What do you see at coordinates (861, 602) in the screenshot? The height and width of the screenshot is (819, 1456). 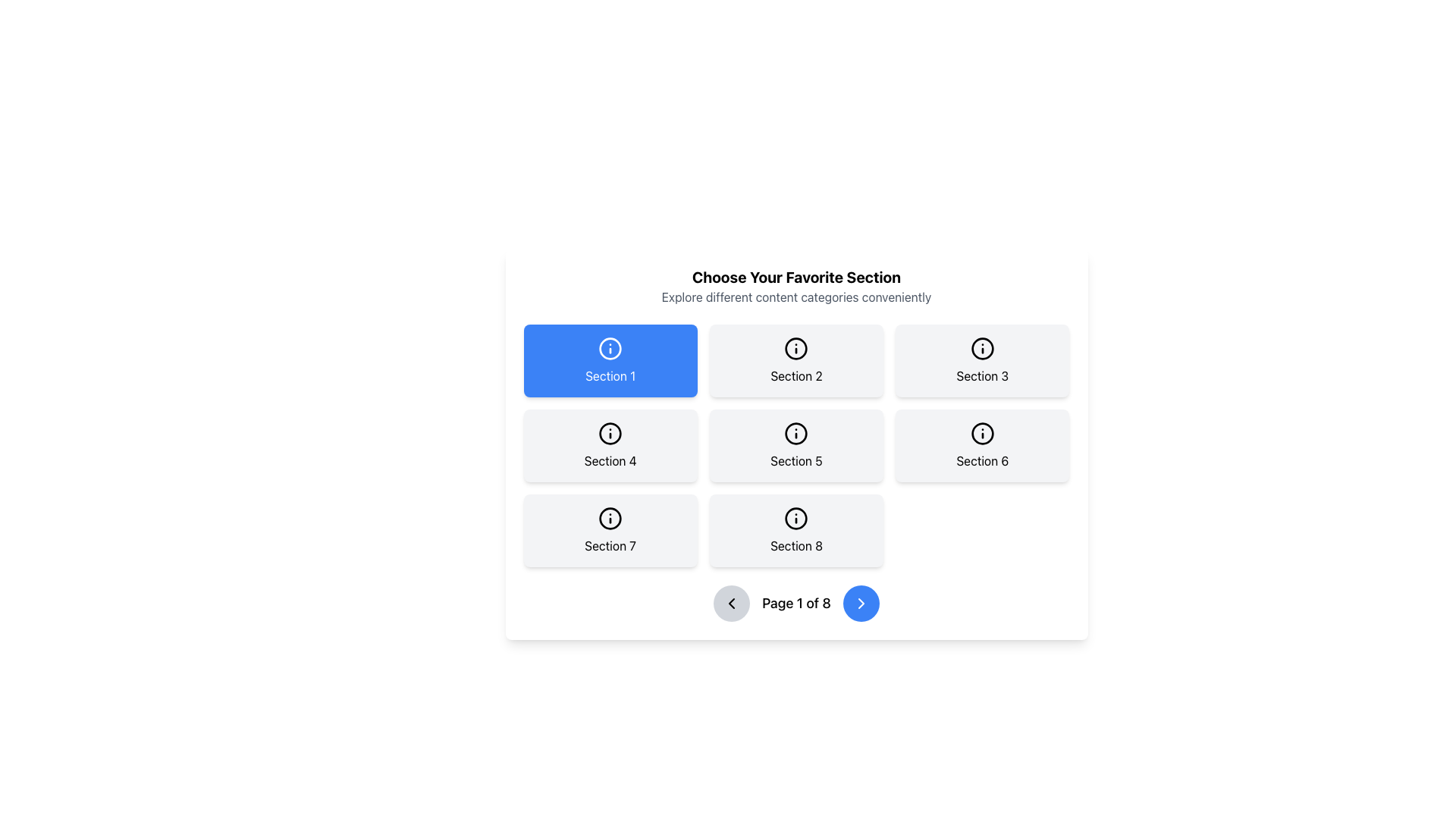 I see `the chevron icon embedded within the pagination control button located at the bottom right corner` at bounding box center [861, 602].